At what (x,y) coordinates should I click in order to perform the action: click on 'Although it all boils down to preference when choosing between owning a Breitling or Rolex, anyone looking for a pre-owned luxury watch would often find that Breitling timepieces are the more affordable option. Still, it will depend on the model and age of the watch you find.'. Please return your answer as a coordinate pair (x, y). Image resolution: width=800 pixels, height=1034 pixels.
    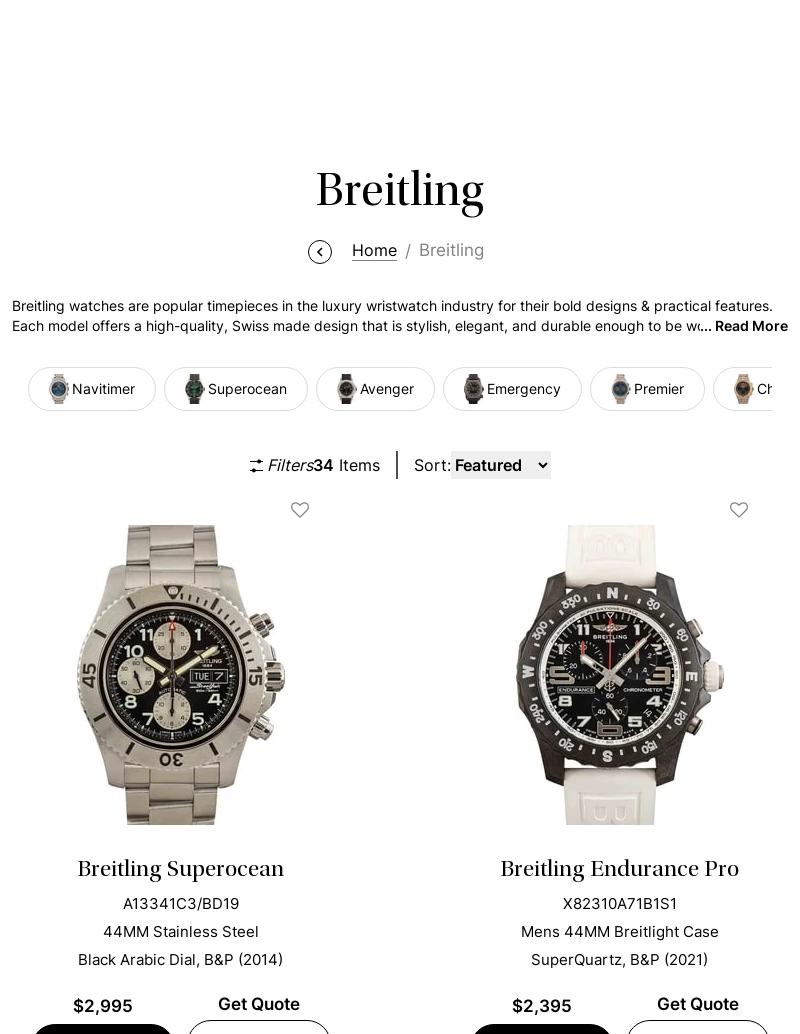
    Looking at the image, I should click on (395, 148).